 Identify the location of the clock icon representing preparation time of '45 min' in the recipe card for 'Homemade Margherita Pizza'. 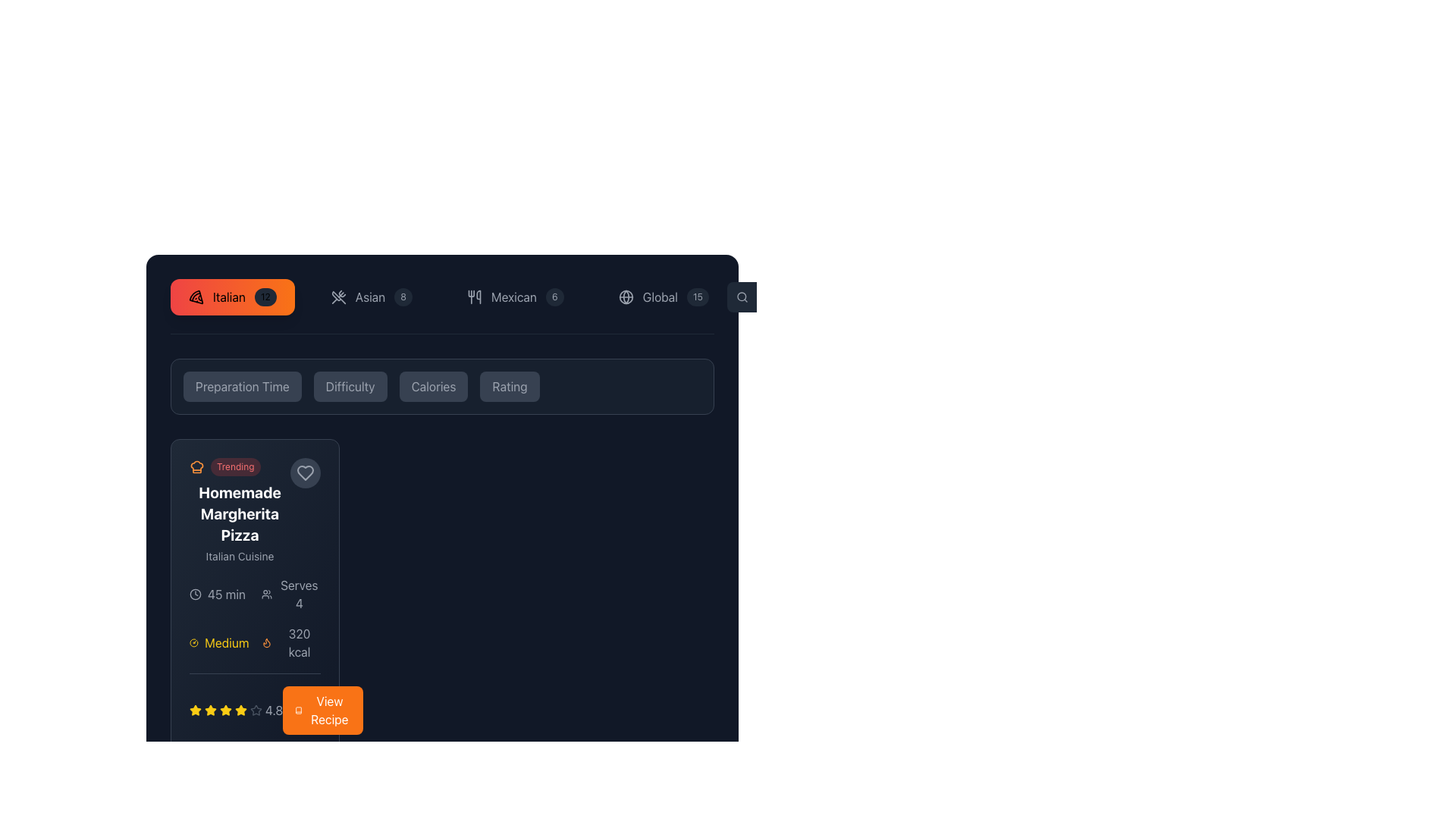
(195, 593).